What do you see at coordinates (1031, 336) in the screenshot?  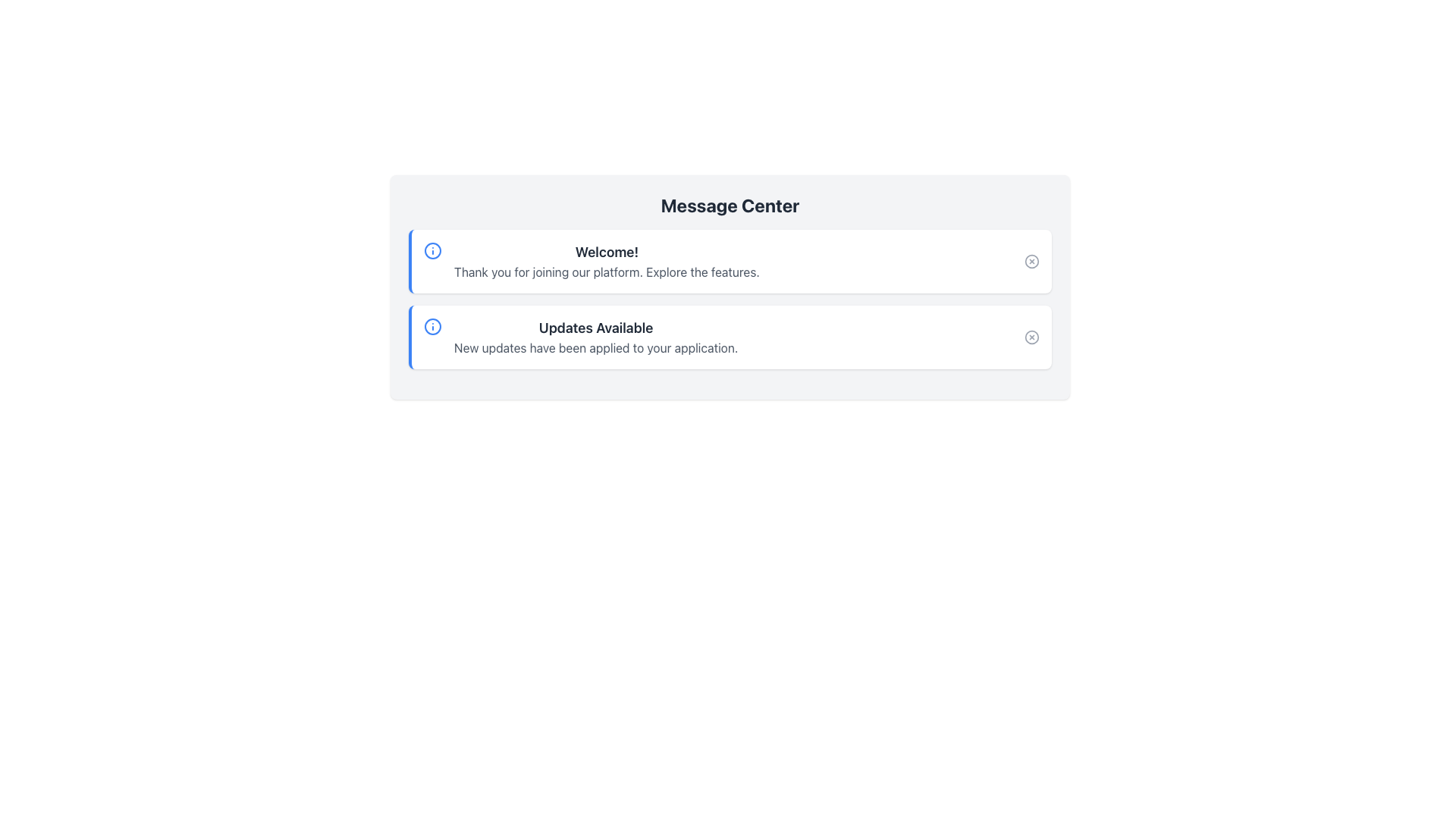 I see `the dismiss button located on the far-right side of the message box titled 'Updates Available' to observe interaction` at bounding box center [1031, 336].